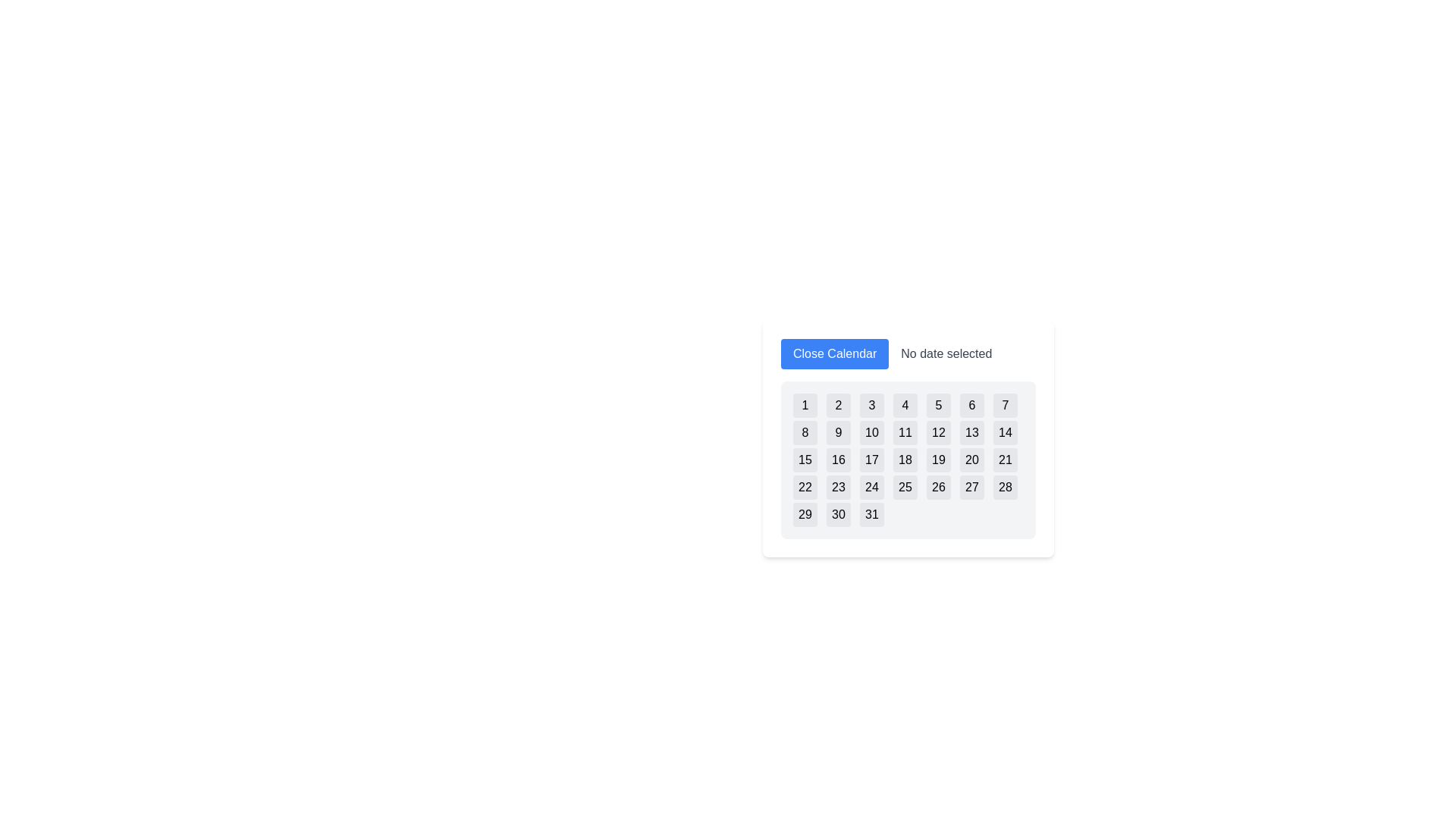  I want to click on the square button with rounded corners that contains the number '25' in black, located in the 4th row and 4th column of the grid layout in the calendar popup interface, so click(905, 488).